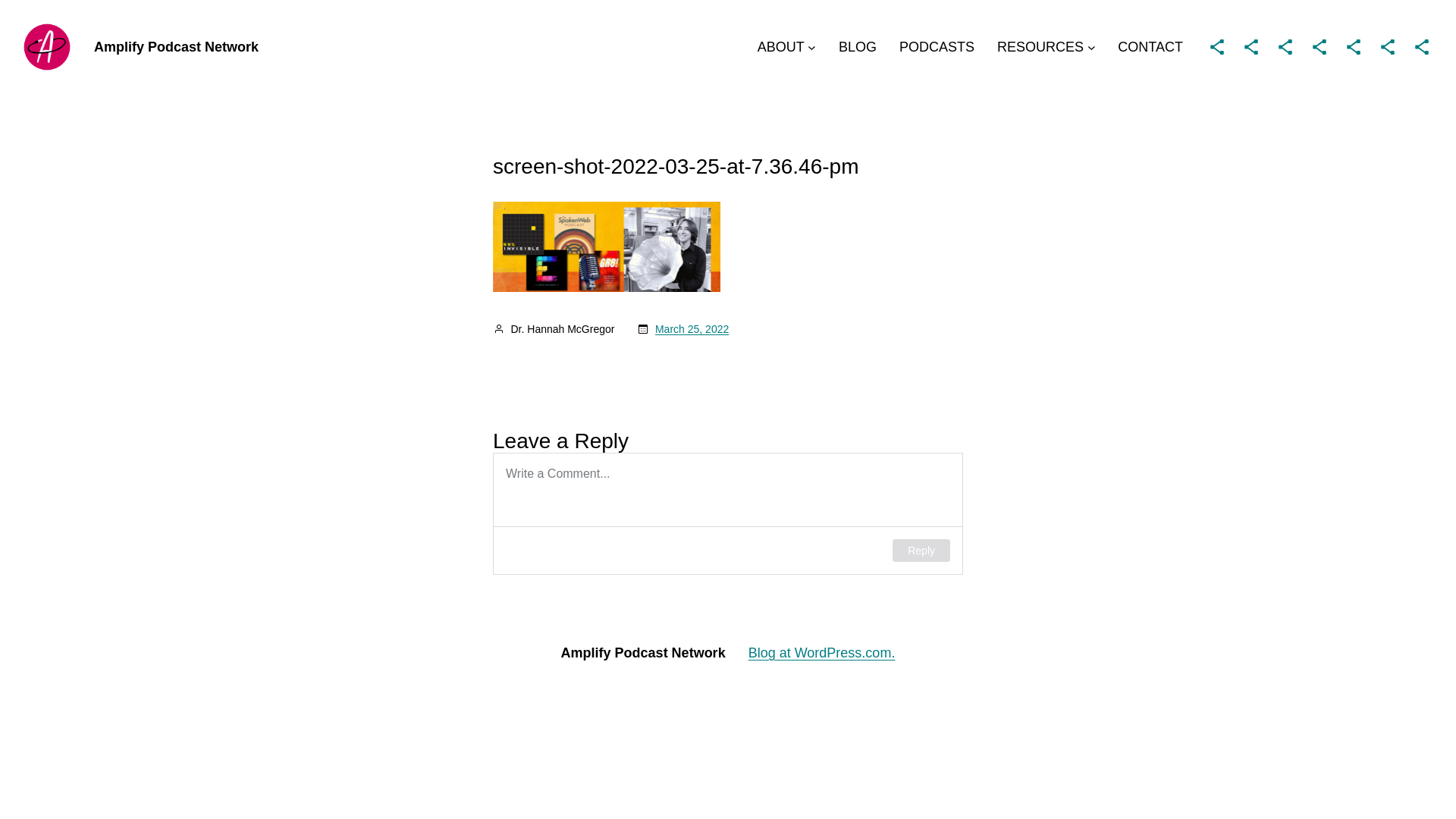 This screenshot has height=819, width=1456. Describe the element at coordinates (1421, 45) in the screenshot. I see `'Share Icon'` at that location.